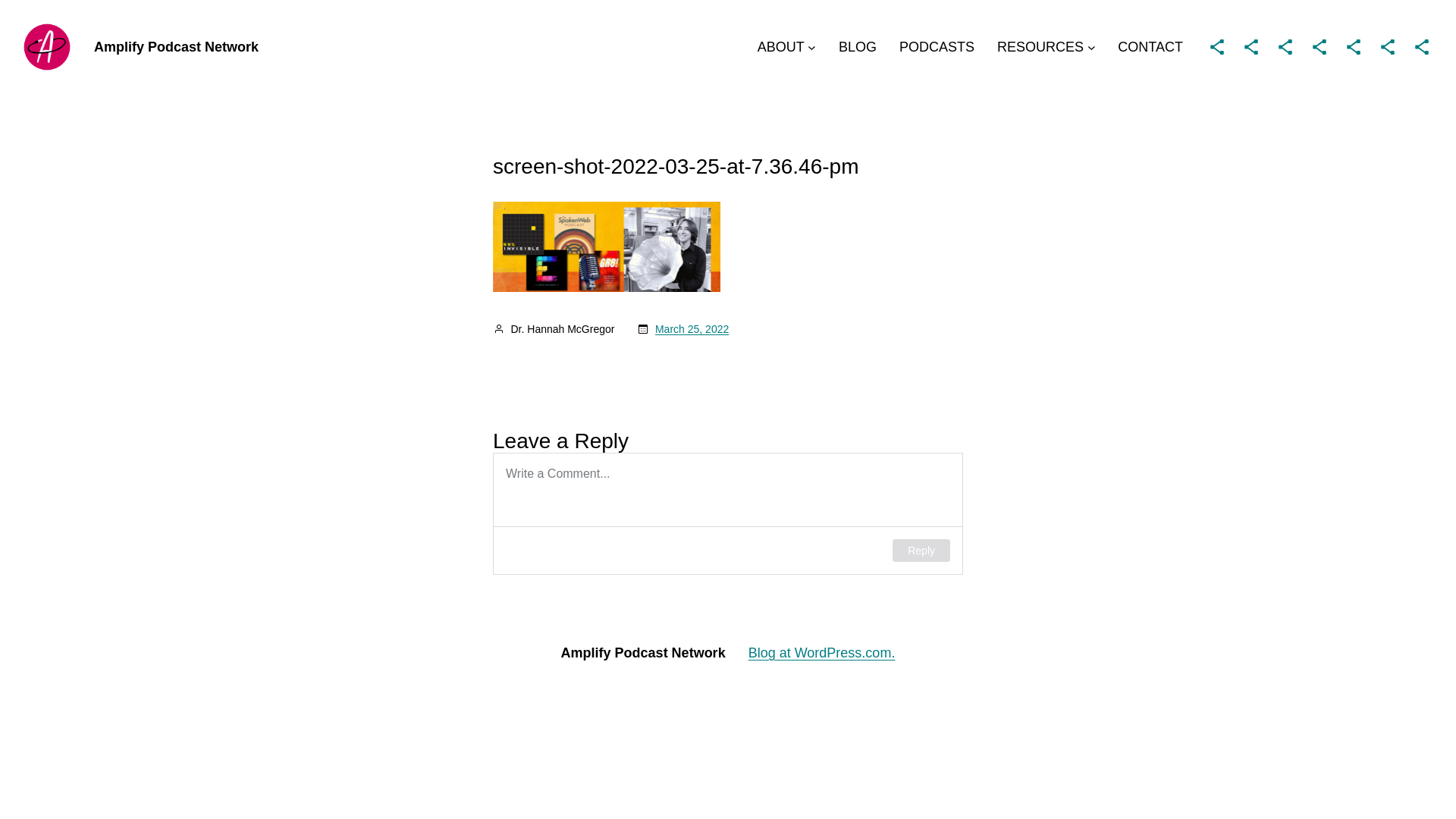 This screenshot has height=819, width=1456. Describe the element at coordinates (1421, 45) in the screenshot. I see `'Share Icon'` at that location.